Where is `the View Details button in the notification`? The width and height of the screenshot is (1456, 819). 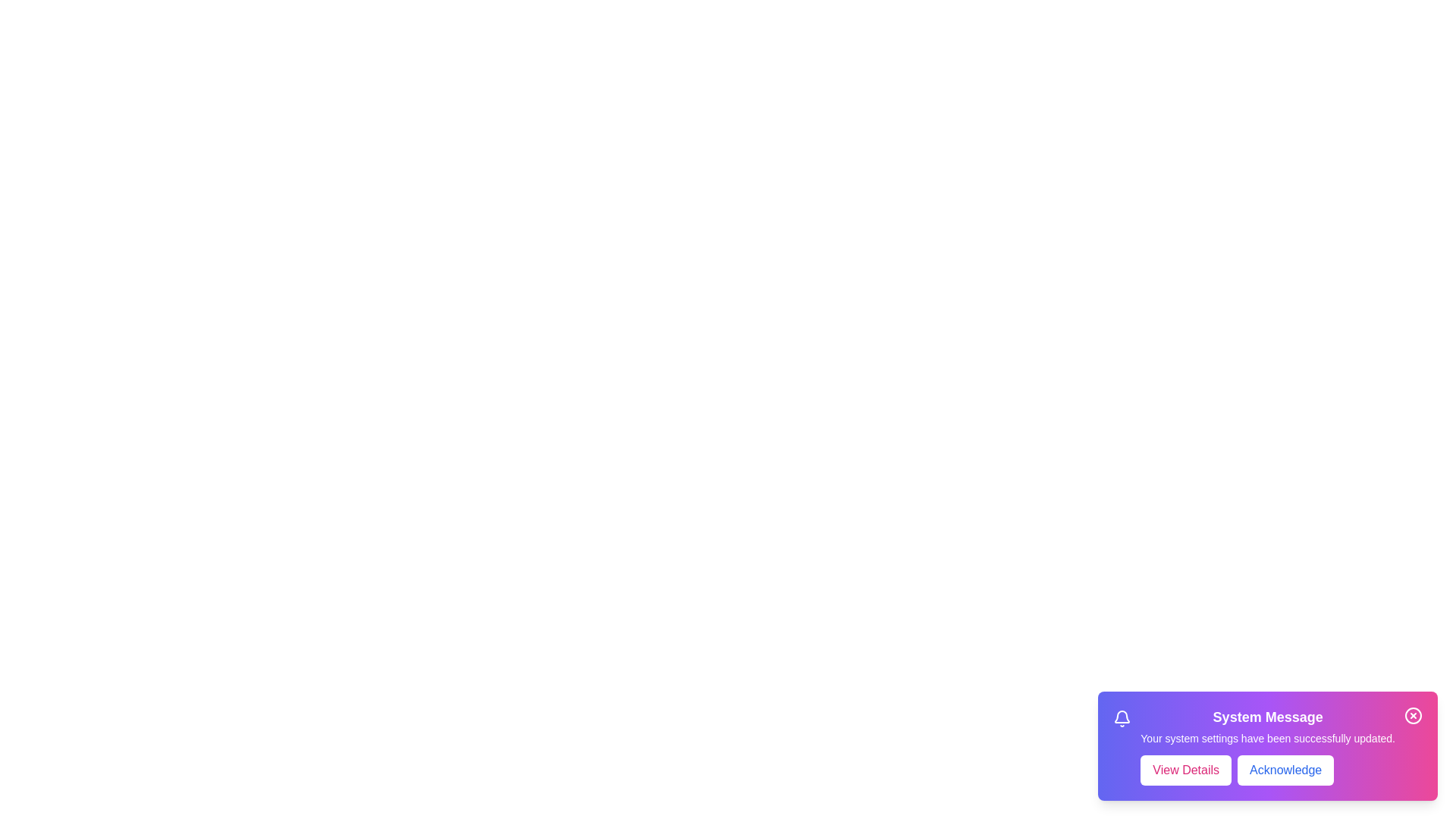 the View Details button in the notification is located at coordinates (1185, 770).